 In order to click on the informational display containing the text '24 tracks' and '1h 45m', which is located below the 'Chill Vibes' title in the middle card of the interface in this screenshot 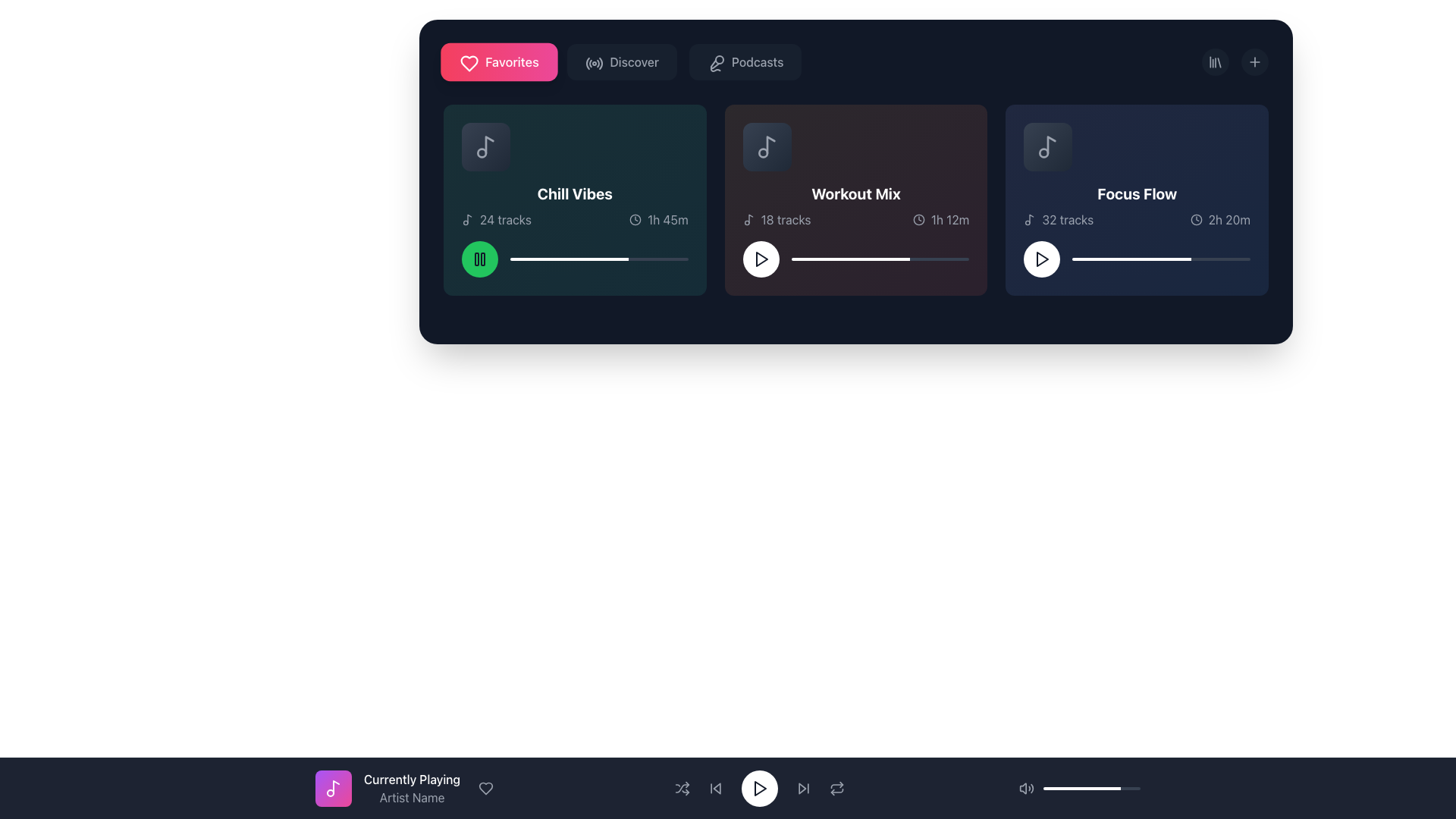, I will do `click(574, 219)`.